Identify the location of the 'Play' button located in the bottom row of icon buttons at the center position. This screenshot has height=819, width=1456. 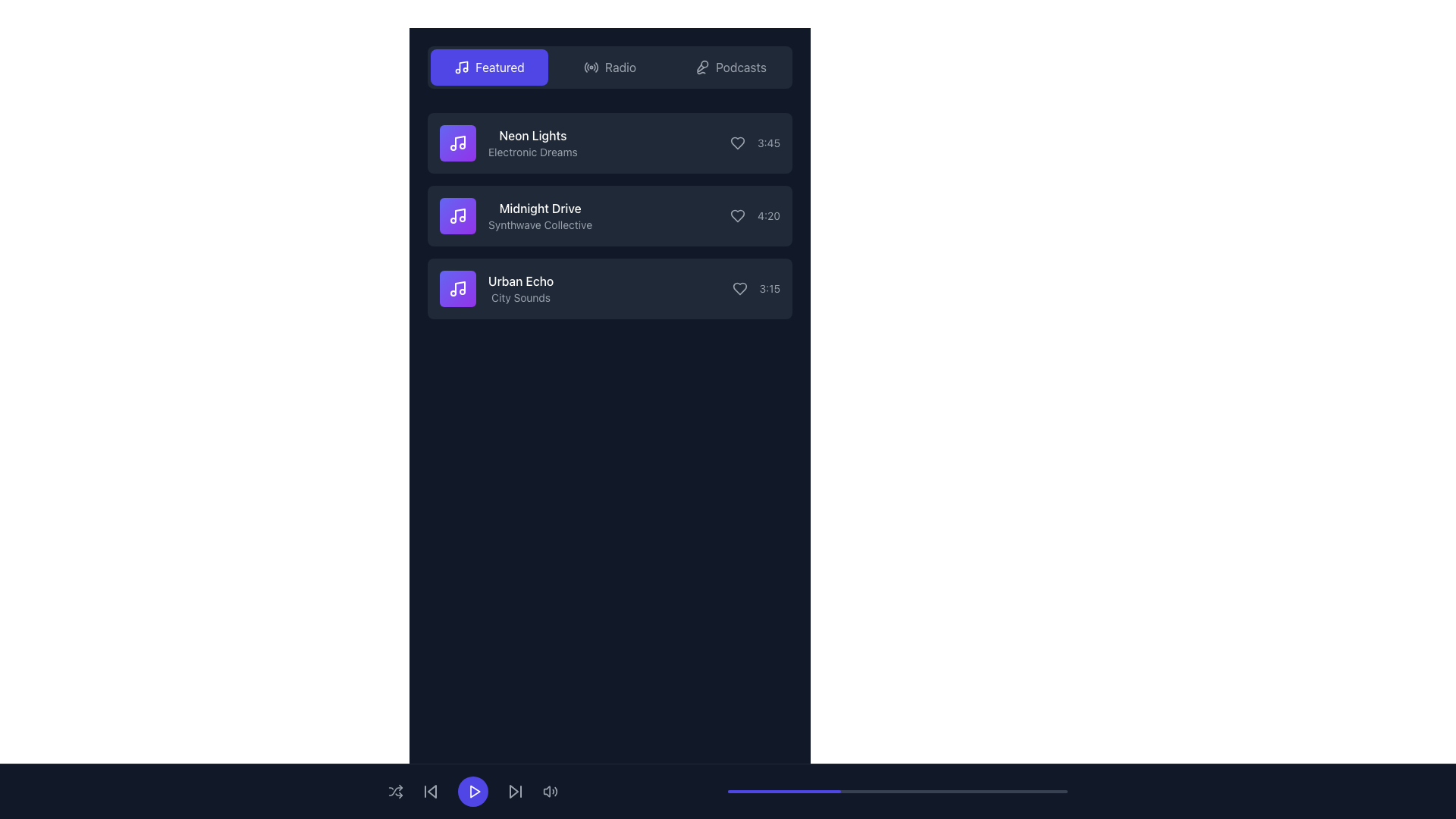
(472, 791).